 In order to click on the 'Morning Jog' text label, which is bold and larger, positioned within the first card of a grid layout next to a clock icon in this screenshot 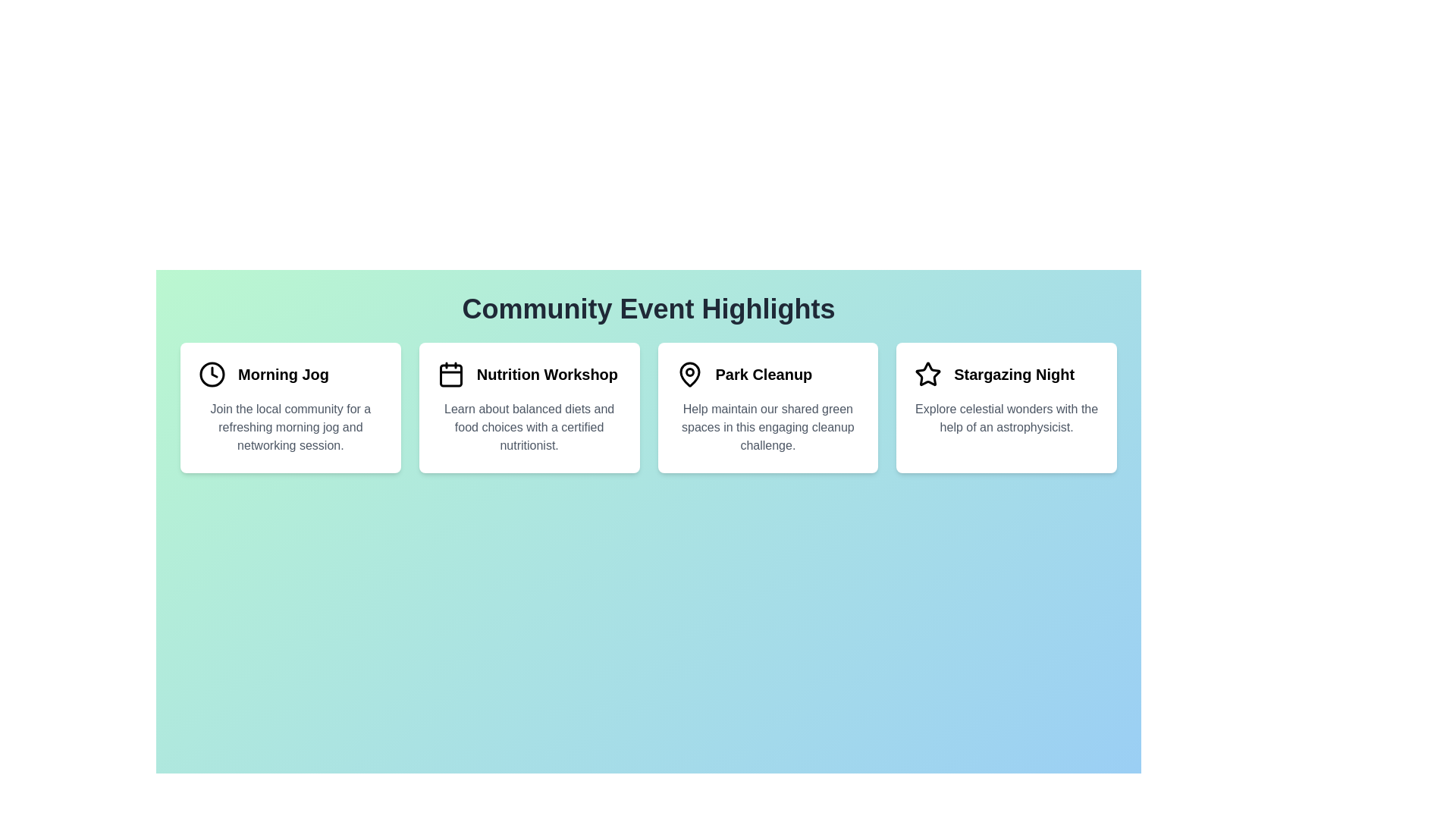, I will do `click(284, 374)`.